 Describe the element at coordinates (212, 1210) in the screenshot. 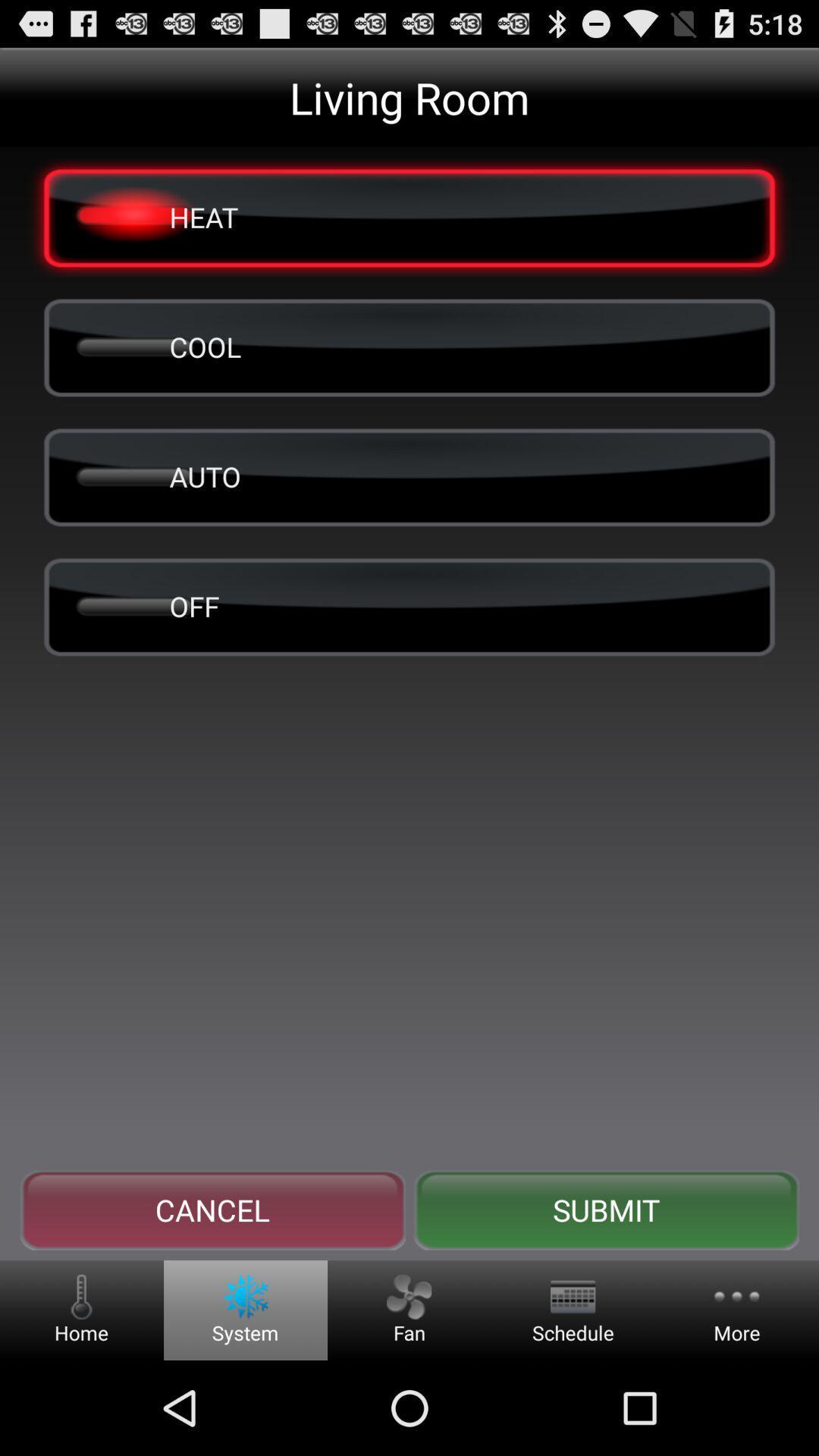

I see `button next to submit icon` at that location.